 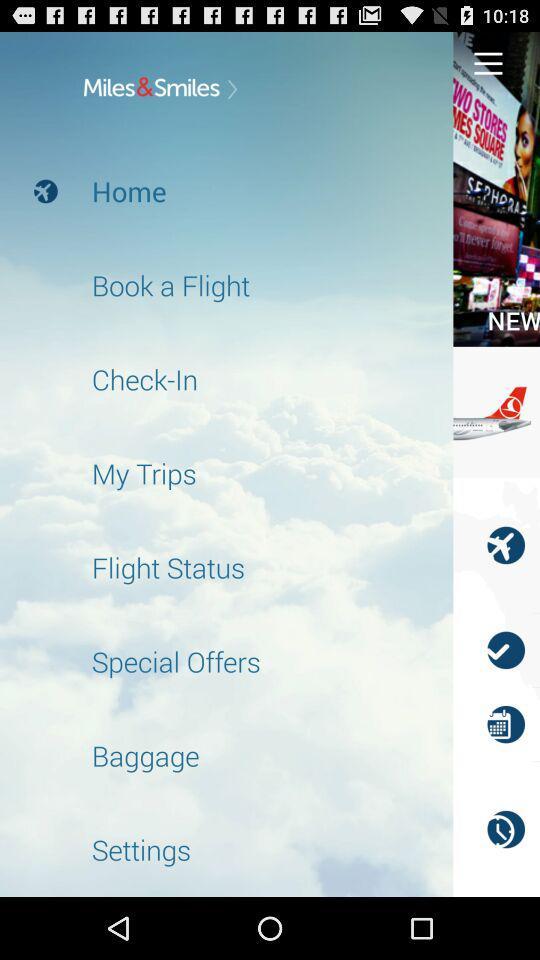 I want to click on menu, so click(x=487, y=62).